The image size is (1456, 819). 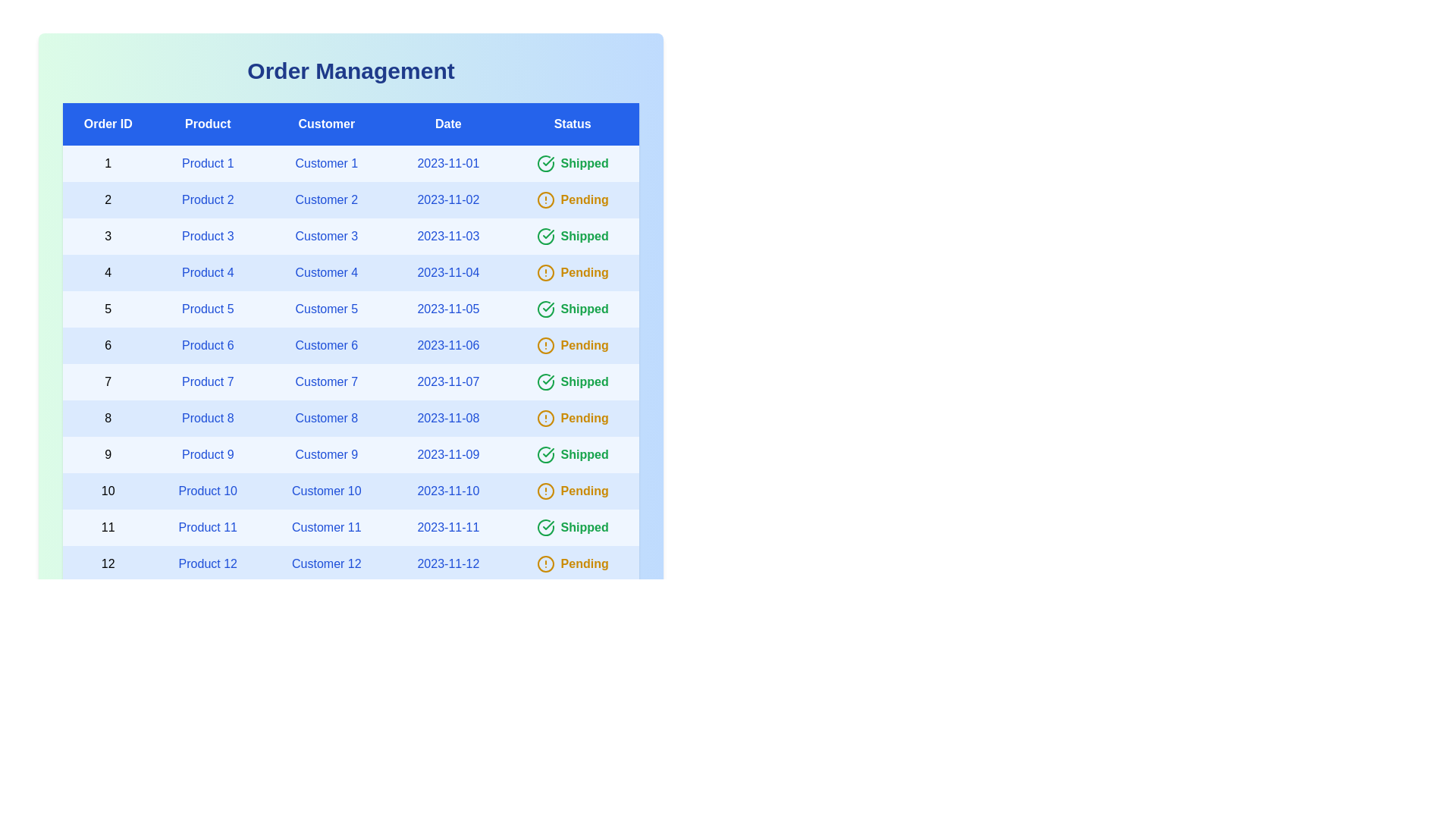 I want to click on the column header to sort the table by Order ID, so click(x=107, y=124).